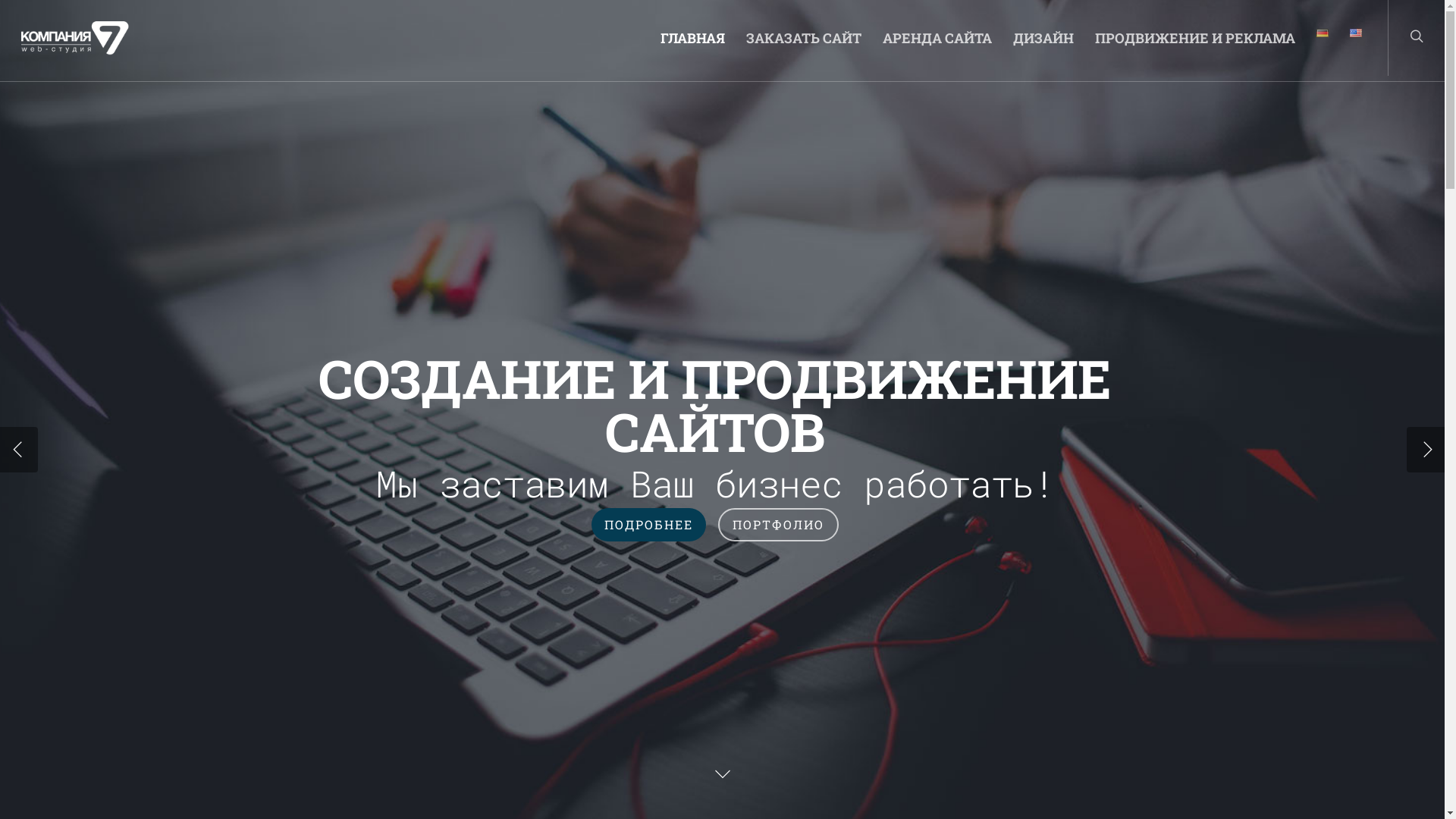  I want to click on 'English', so click(1356, 33).